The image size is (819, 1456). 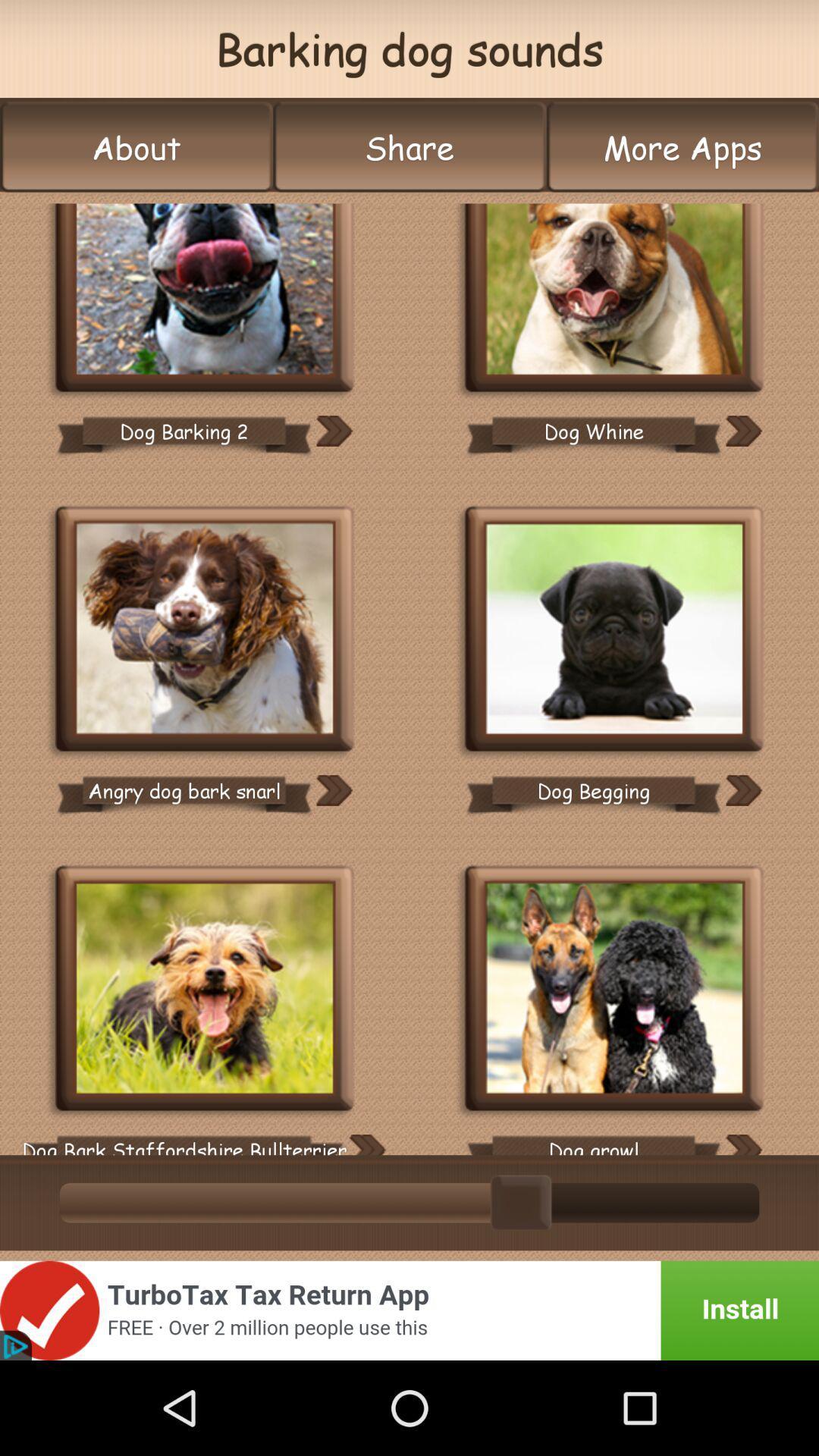 What do you see at coordinates (409, 147) in the screenshot?
I see `the icon next to about` at bounding box center [409, 147].